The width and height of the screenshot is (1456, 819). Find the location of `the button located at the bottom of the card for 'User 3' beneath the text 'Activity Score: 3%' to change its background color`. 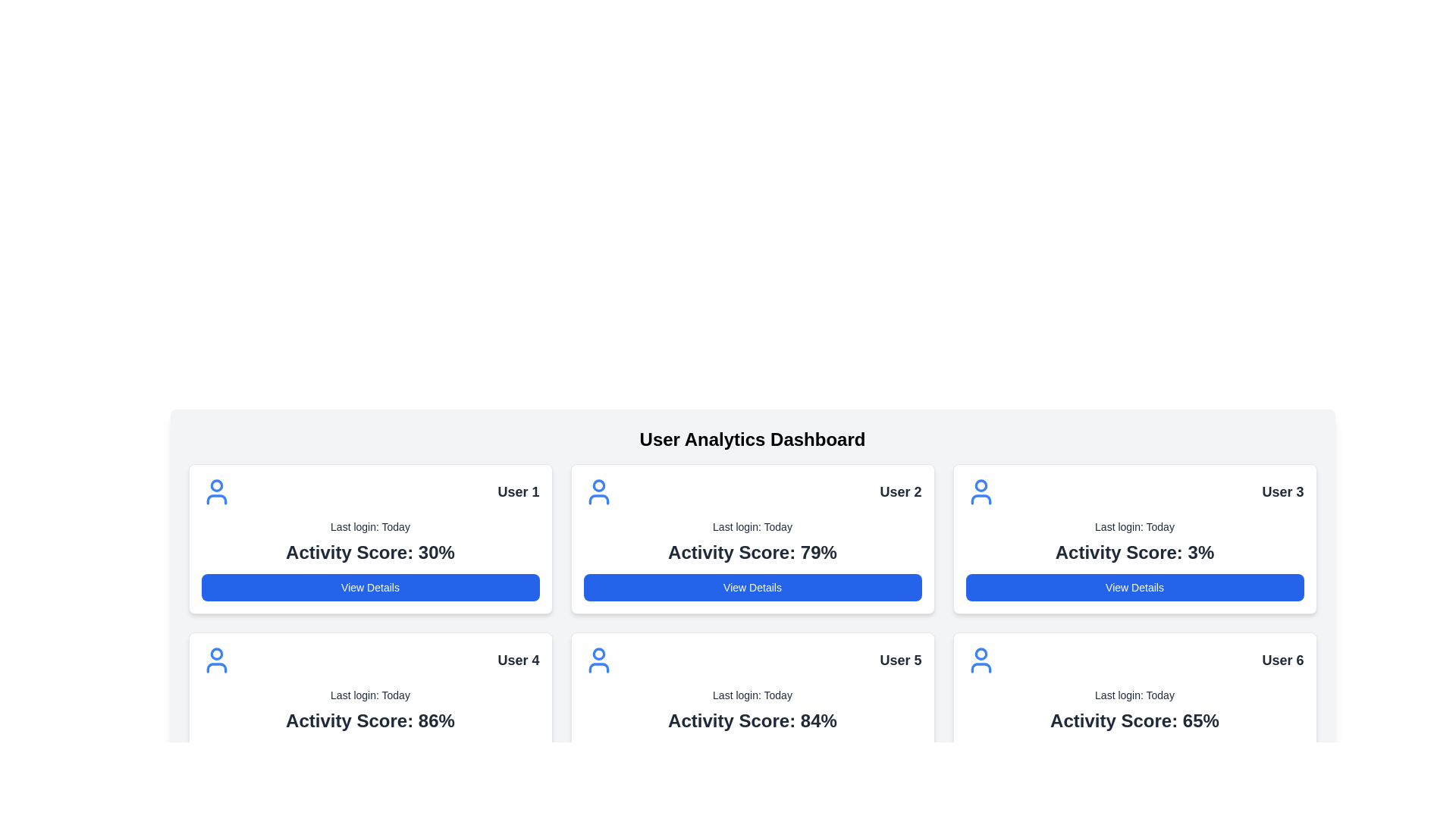

the button located at the bottom of the card for 'User 3' beneath the text 'Activity Score: 3%' to change its background color is located at coordinates (1134, 587).